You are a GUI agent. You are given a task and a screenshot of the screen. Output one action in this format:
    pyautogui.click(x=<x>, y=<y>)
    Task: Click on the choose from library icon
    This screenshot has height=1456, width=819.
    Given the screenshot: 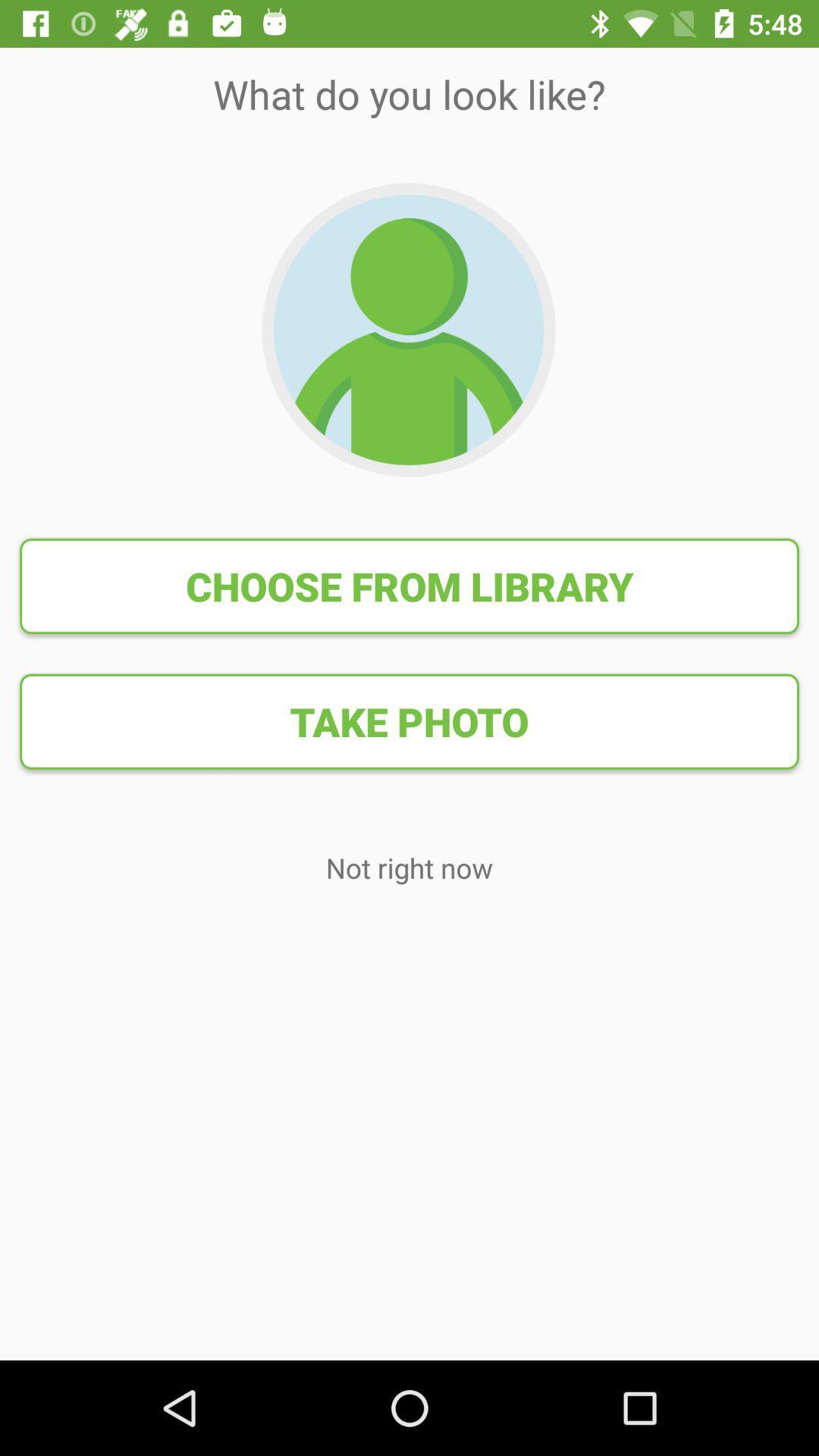 What is the action you would take?
    pyautogui.click(x=409, y=585)
    